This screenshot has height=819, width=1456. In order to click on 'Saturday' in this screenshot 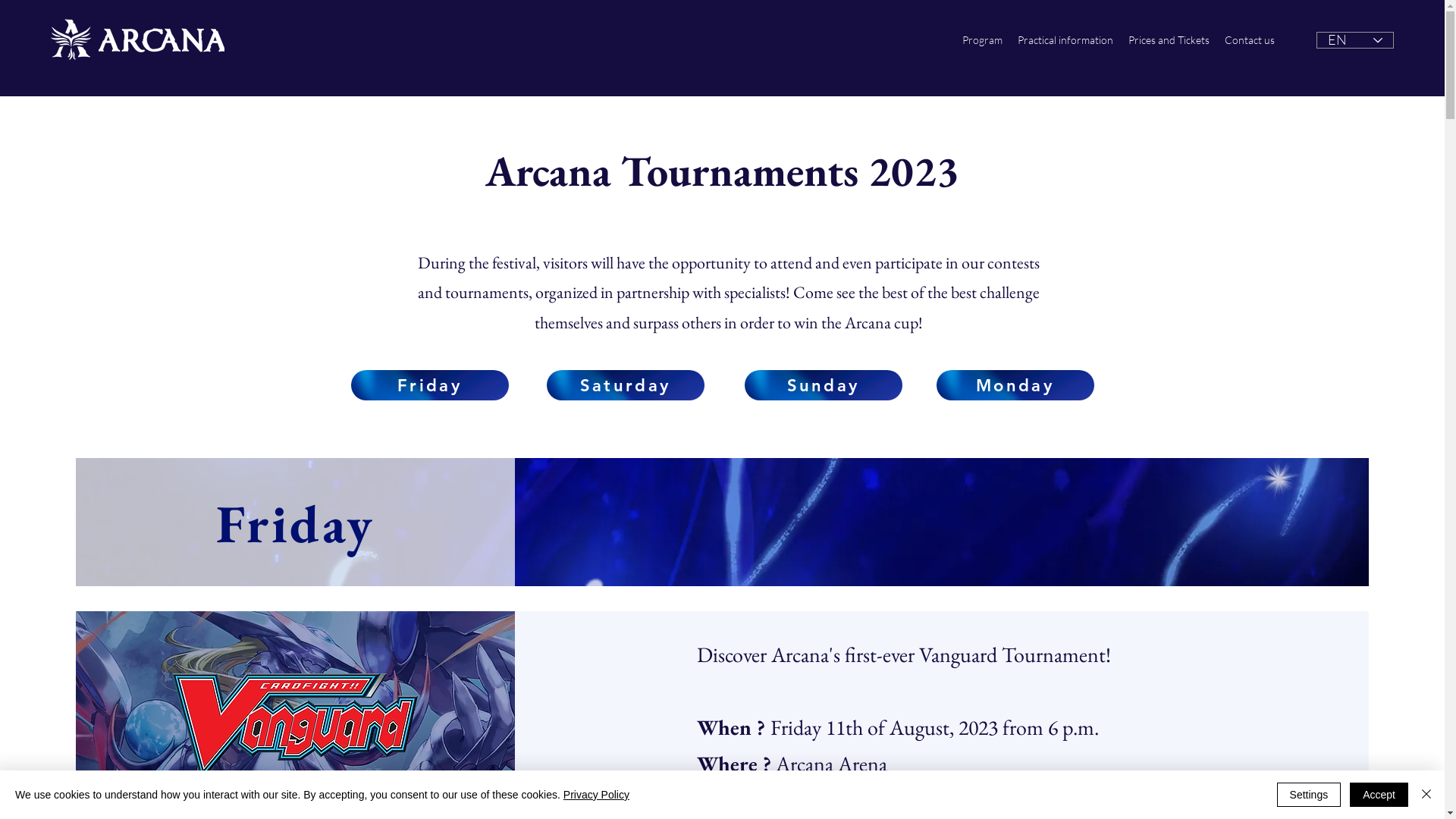, I will do `click(625, 384)`.